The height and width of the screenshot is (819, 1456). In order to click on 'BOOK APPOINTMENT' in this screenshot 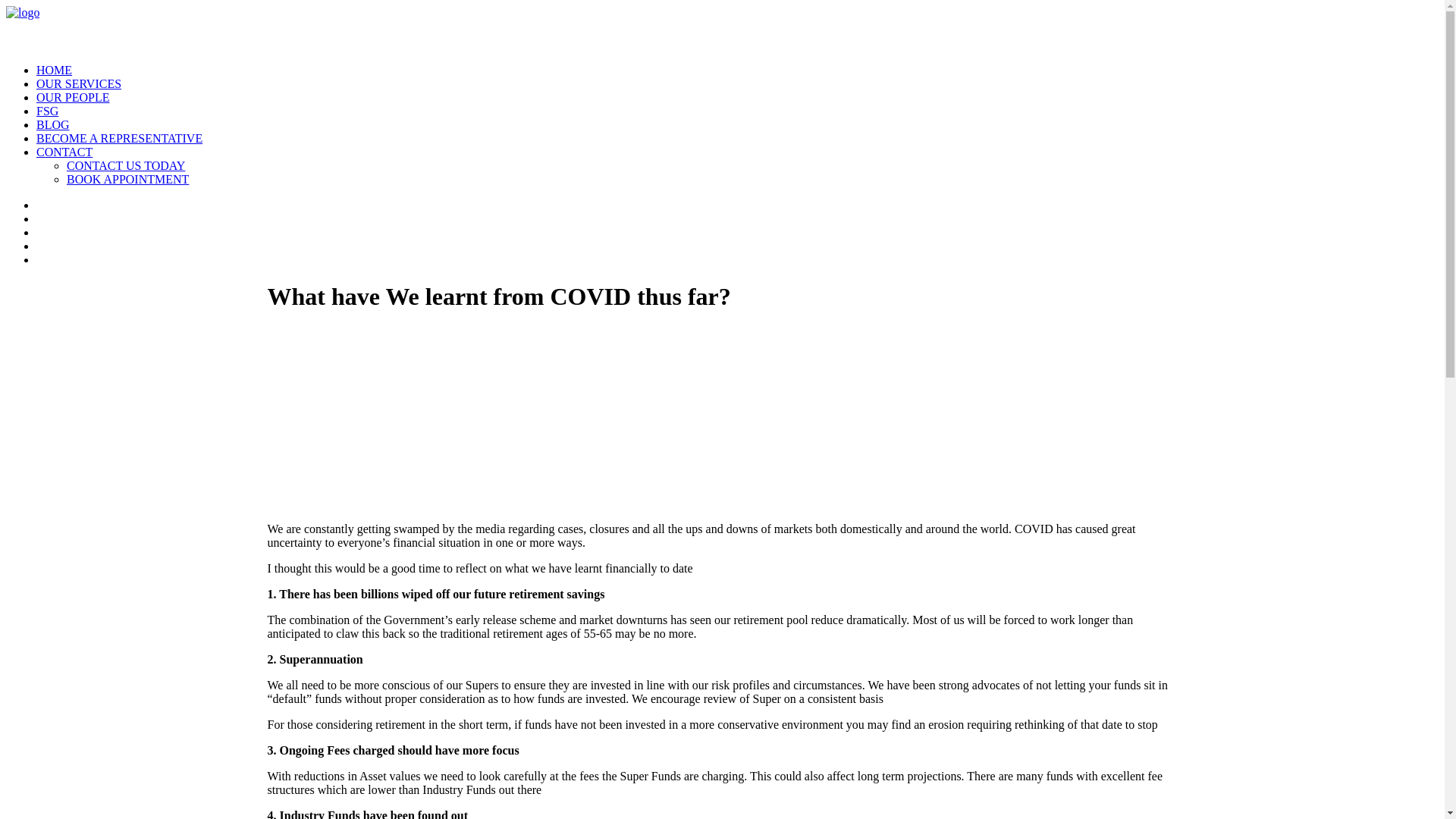, I will do `click(127, 178)`.